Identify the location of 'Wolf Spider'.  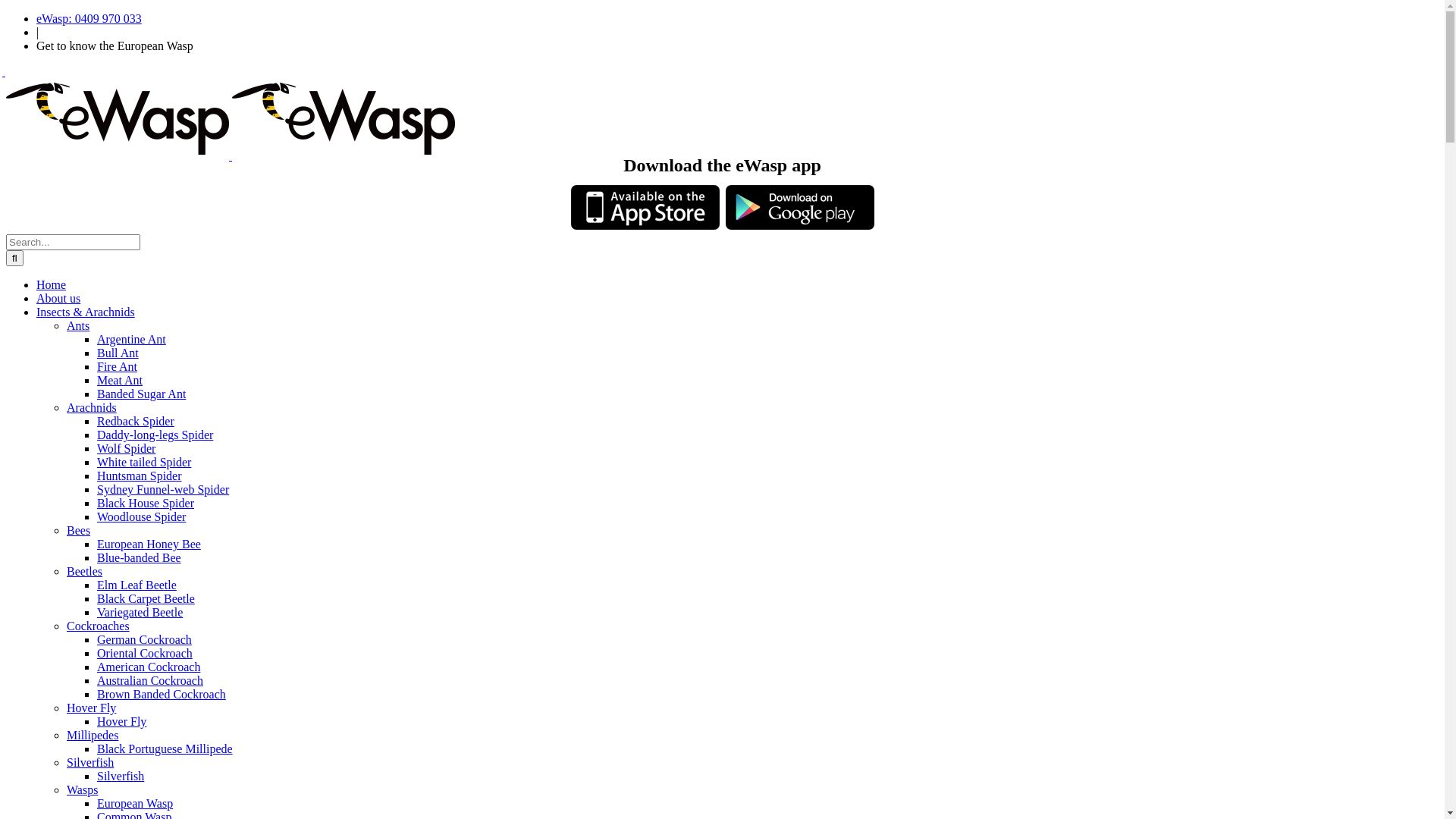
(96, 447).